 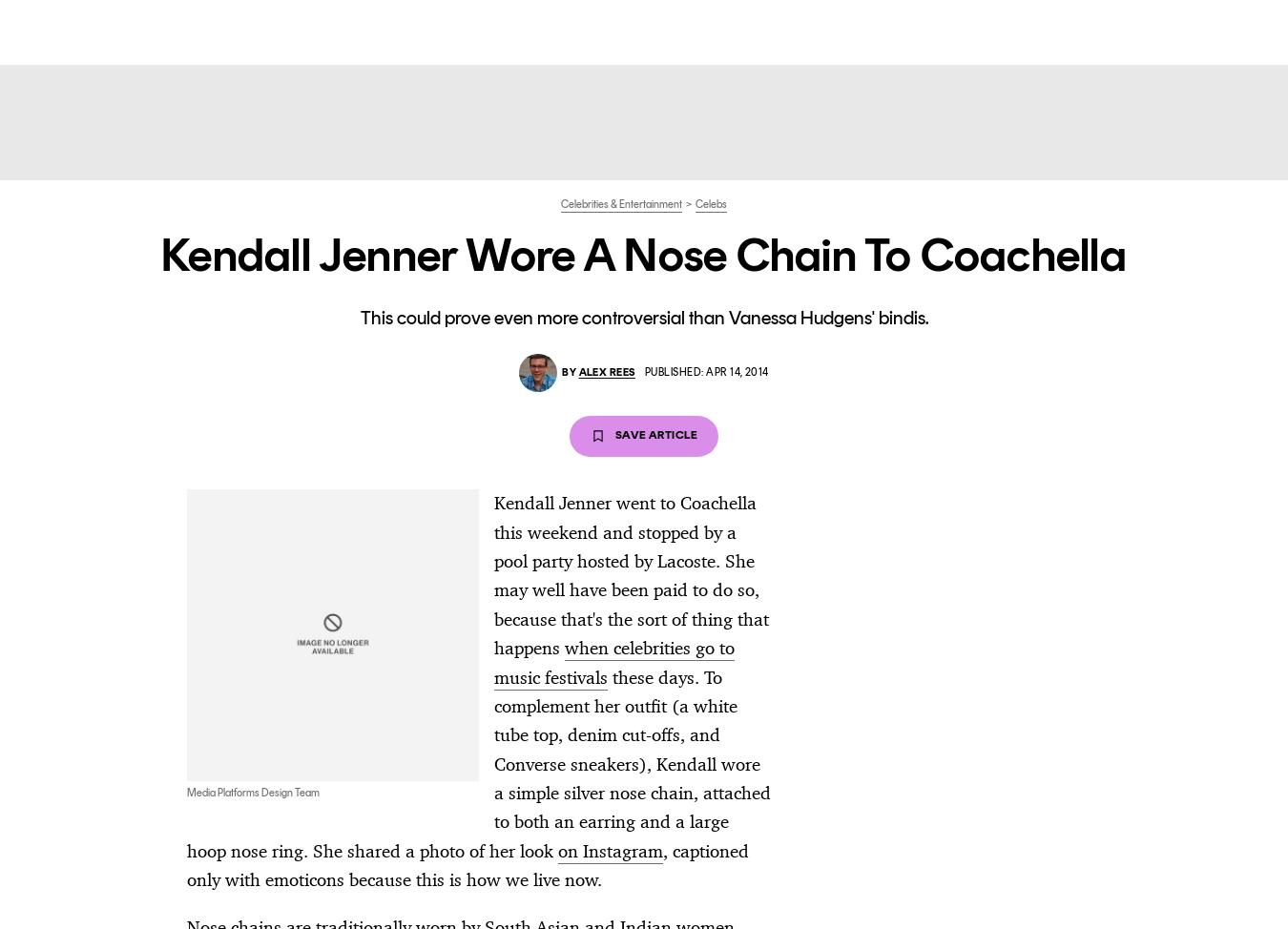 I want to click on 'Style', so click(x=488, y=31).